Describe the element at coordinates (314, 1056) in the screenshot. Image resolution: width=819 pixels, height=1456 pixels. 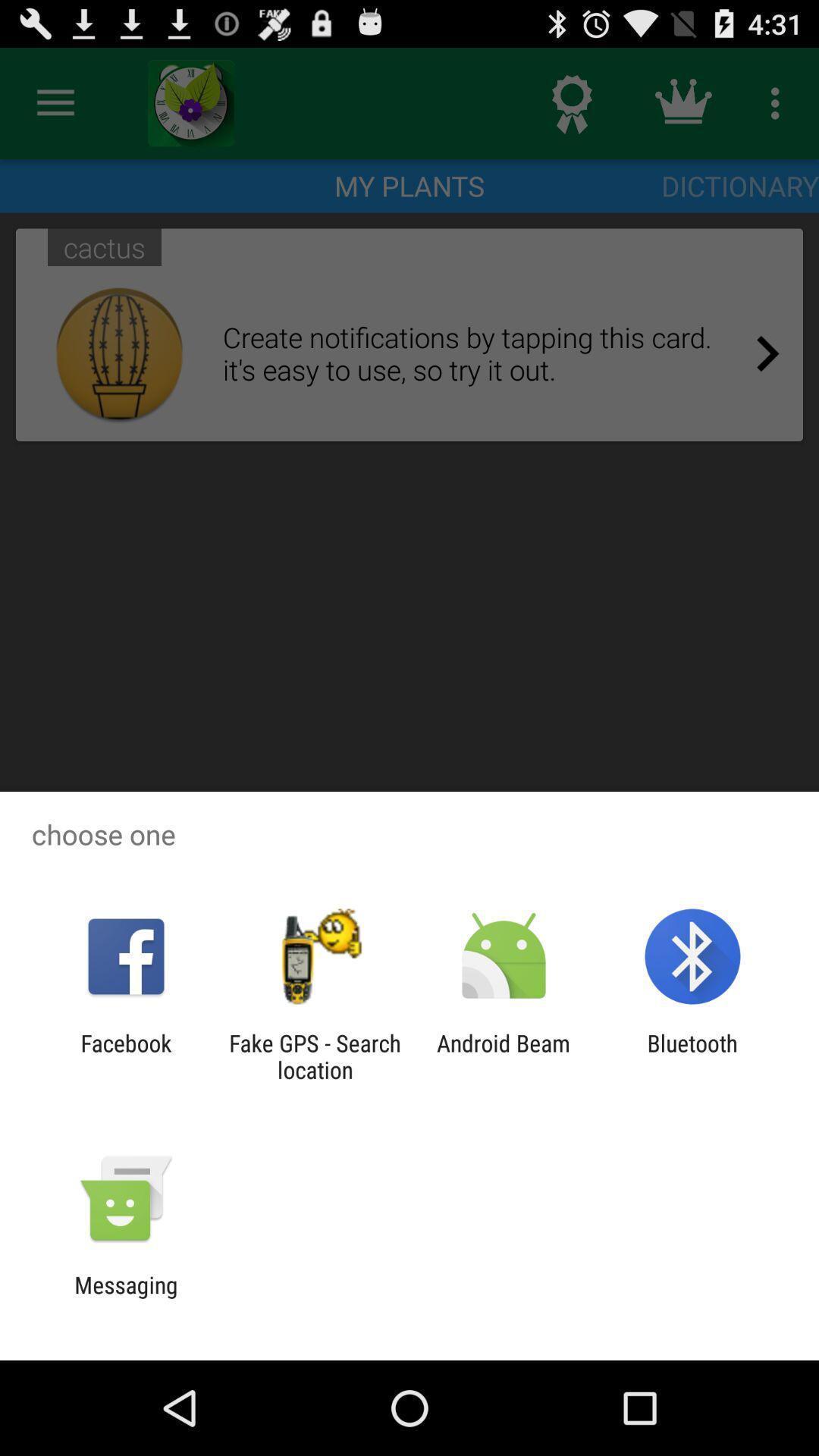
I see `app to the left of the android beam` at that location.